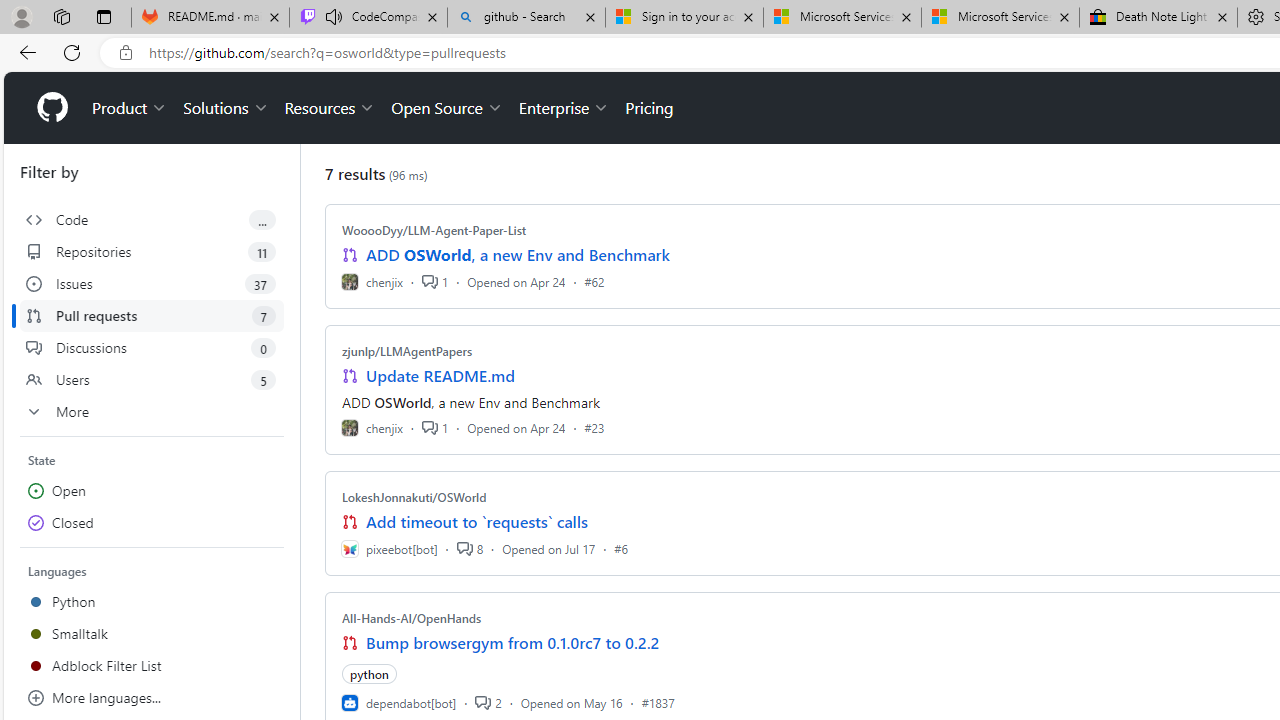 Image resolution: width=1280 pixels, height=720 pixels. Describe the element at coordinates (468, 548) in the screenshot. I see `'8'` at that location.